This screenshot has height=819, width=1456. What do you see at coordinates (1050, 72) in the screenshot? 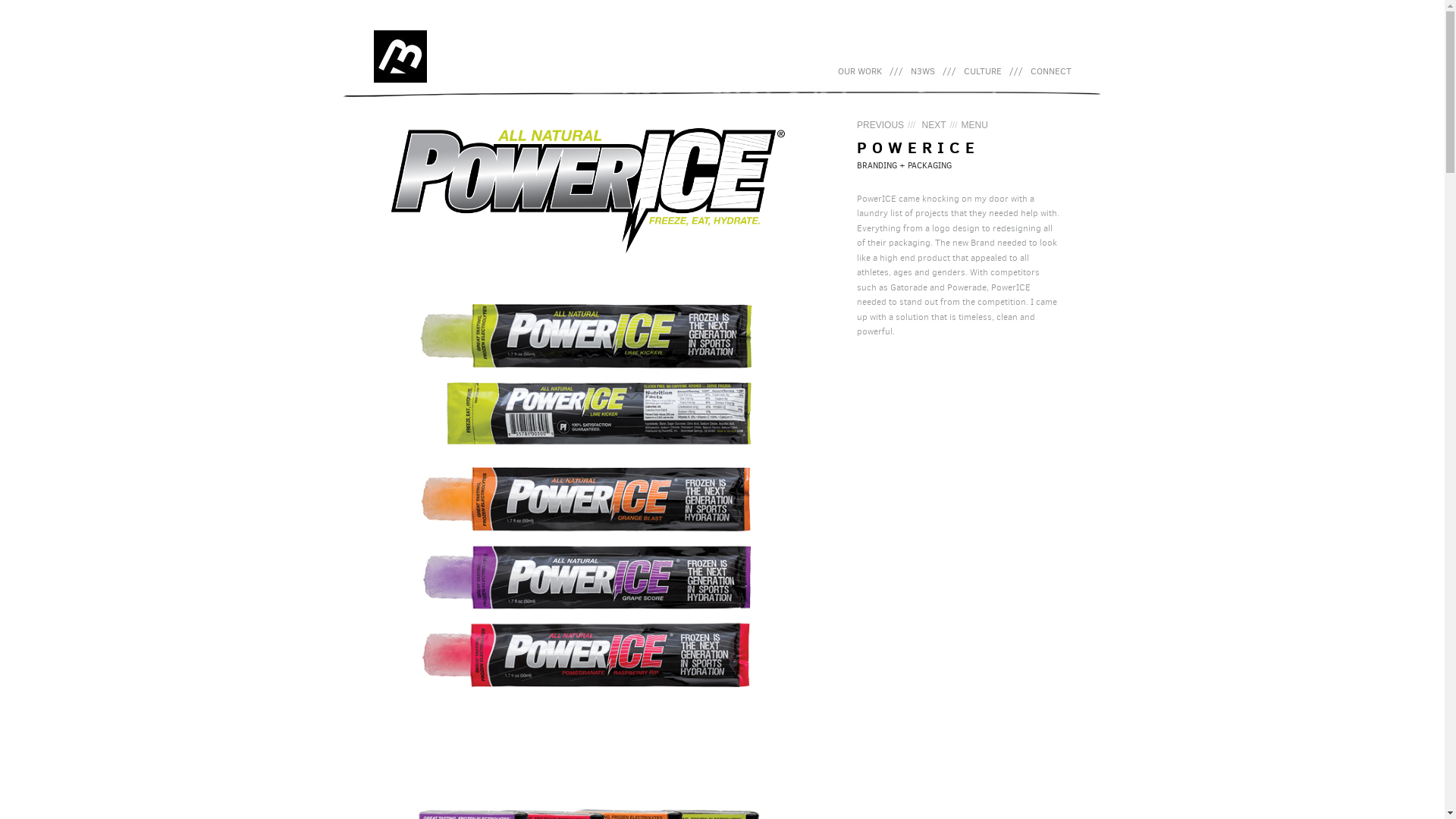
I see `'CONNECT'` at bounding box center [1050, 72].